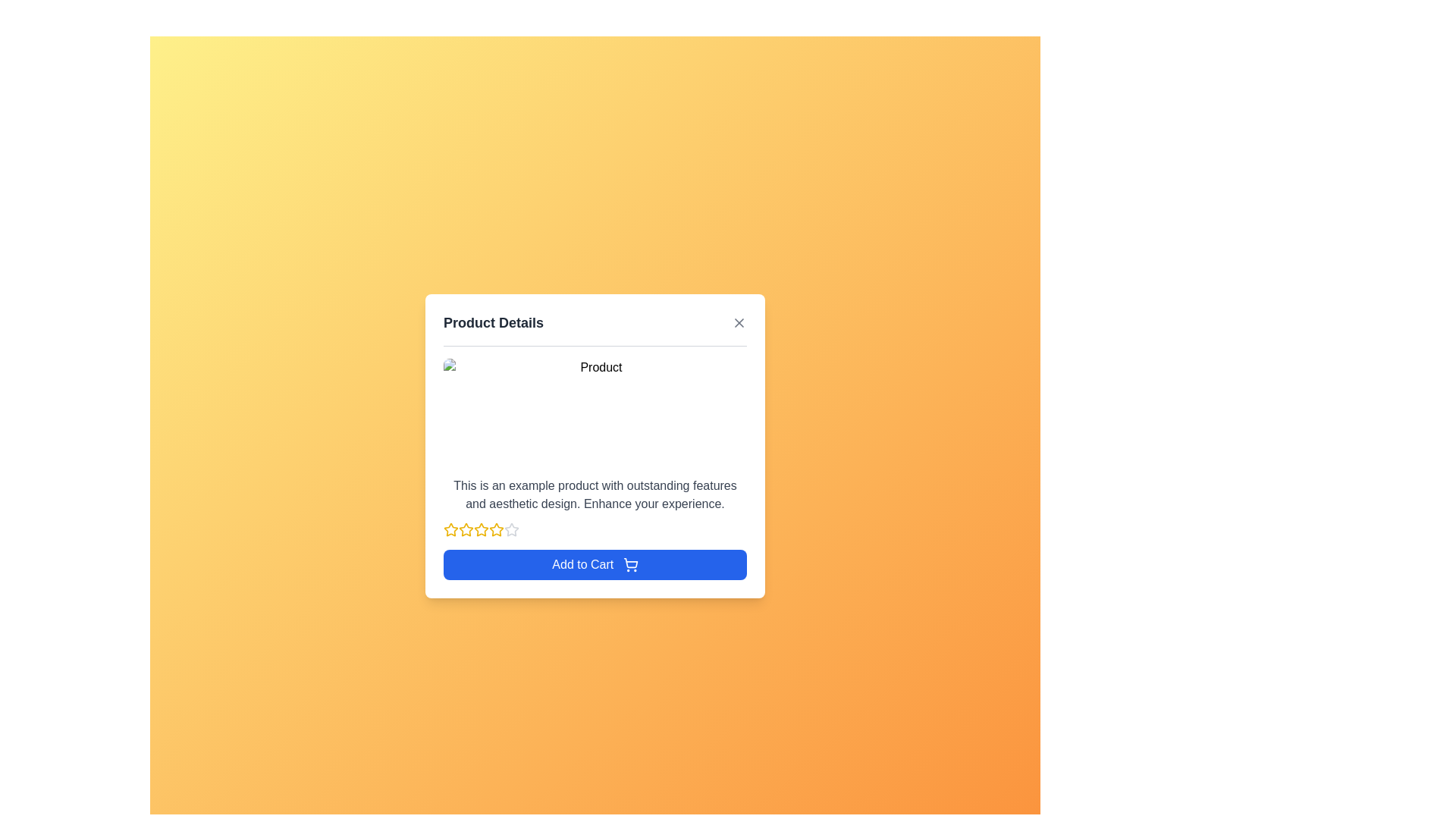 This screenshot has width=1456, height=819. What do you see at coordinates (630, 565) in the screenshot?
I see `the shopping cart icon located to the right of the 'Add to Cart' button in the modal dialog, which signifies adding a product to the shopping cart` at bounding box center [630, 565].